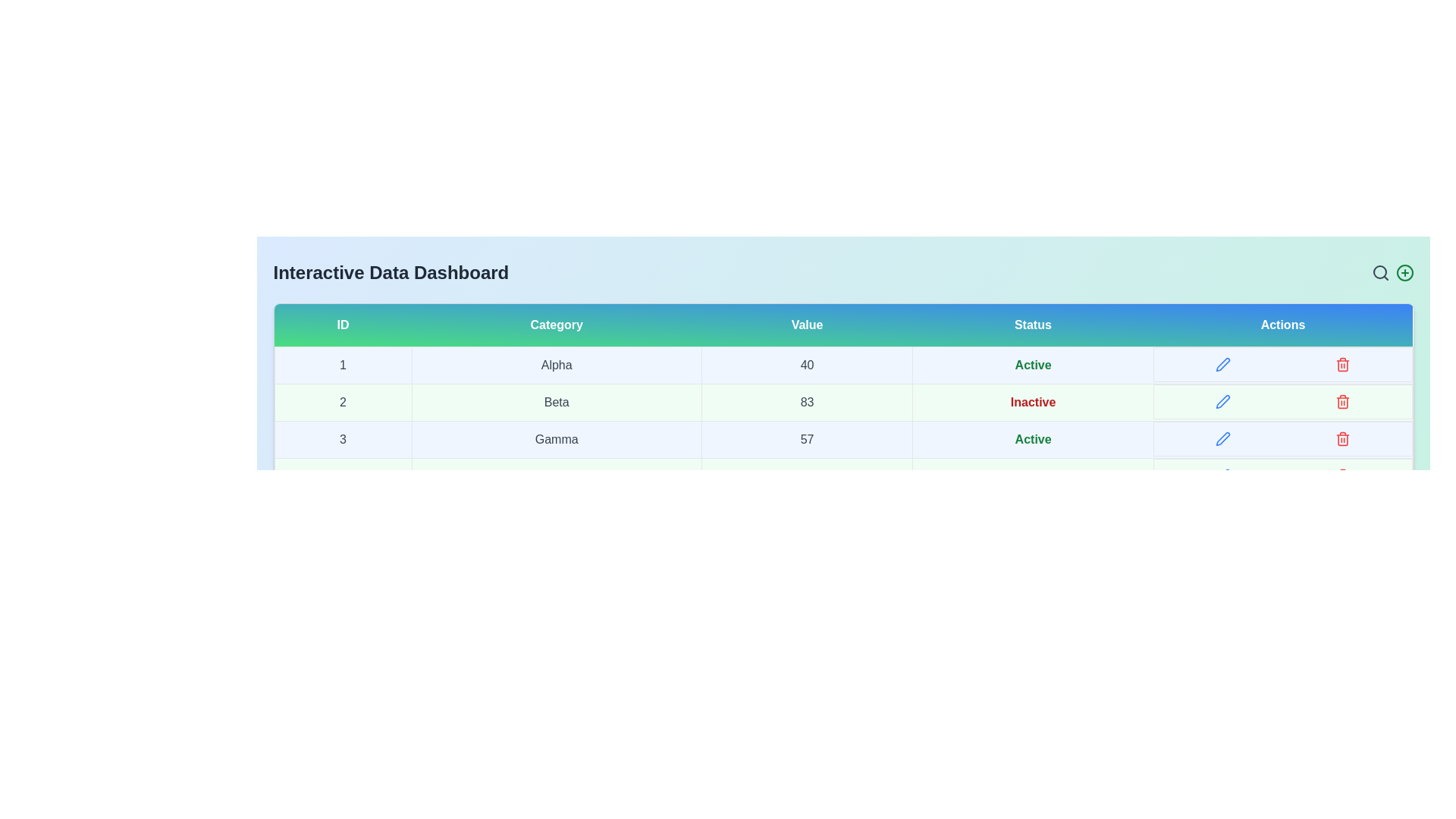  Describe the element at coordinates (341, 324) in the screenshot. I see `the table header ID to sort or filter the data` at that location.